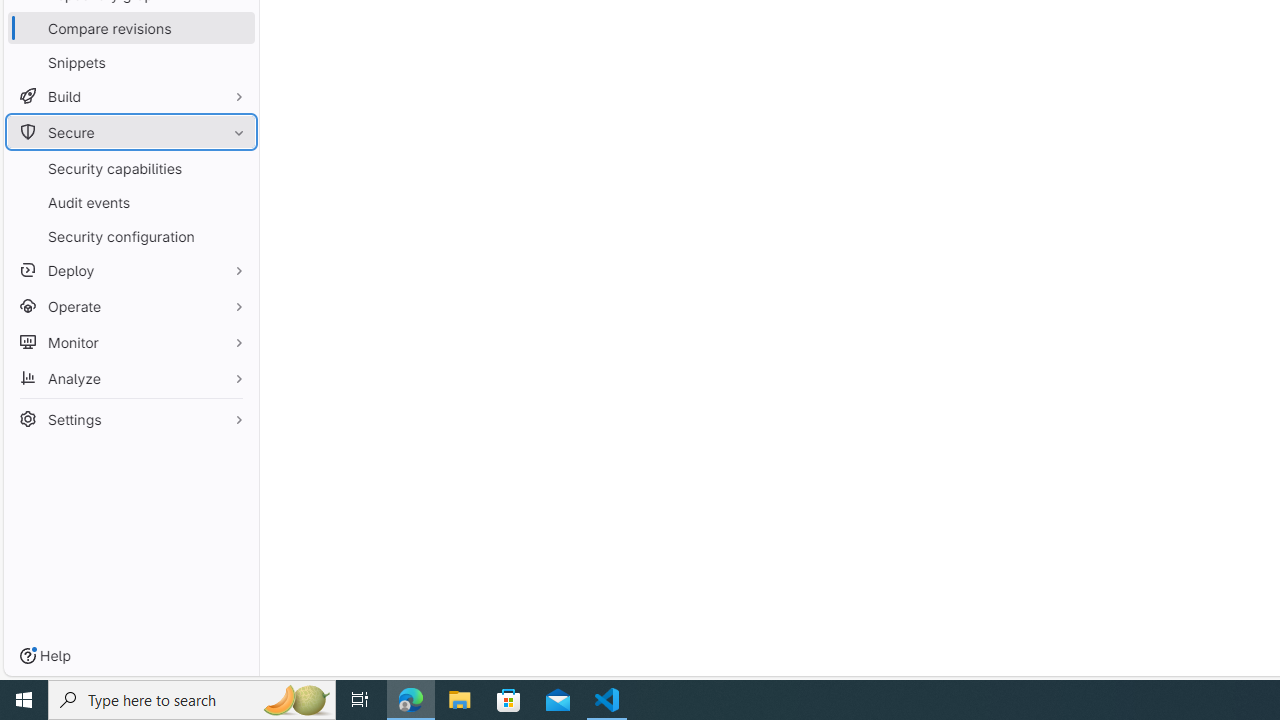 The width and height of the screenshot is (1280, 720). I want to click on 'Snippets', so click(130, 61).